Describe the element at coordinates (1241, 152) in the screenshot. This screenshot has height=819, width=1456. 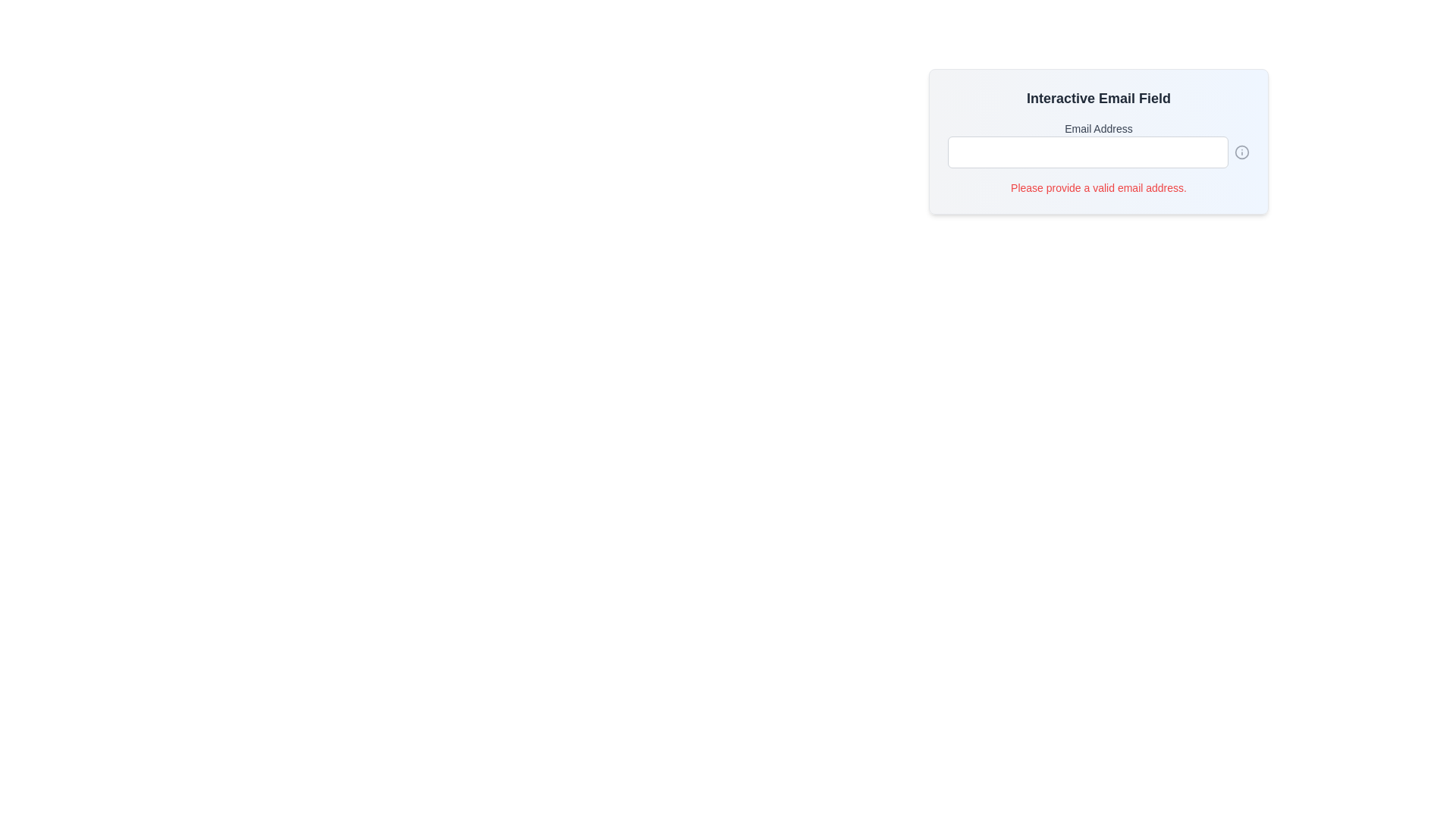
I see `the decorative SVG circle element that is part of the 'info' icon next to the 'Email Address' input field` at that location.